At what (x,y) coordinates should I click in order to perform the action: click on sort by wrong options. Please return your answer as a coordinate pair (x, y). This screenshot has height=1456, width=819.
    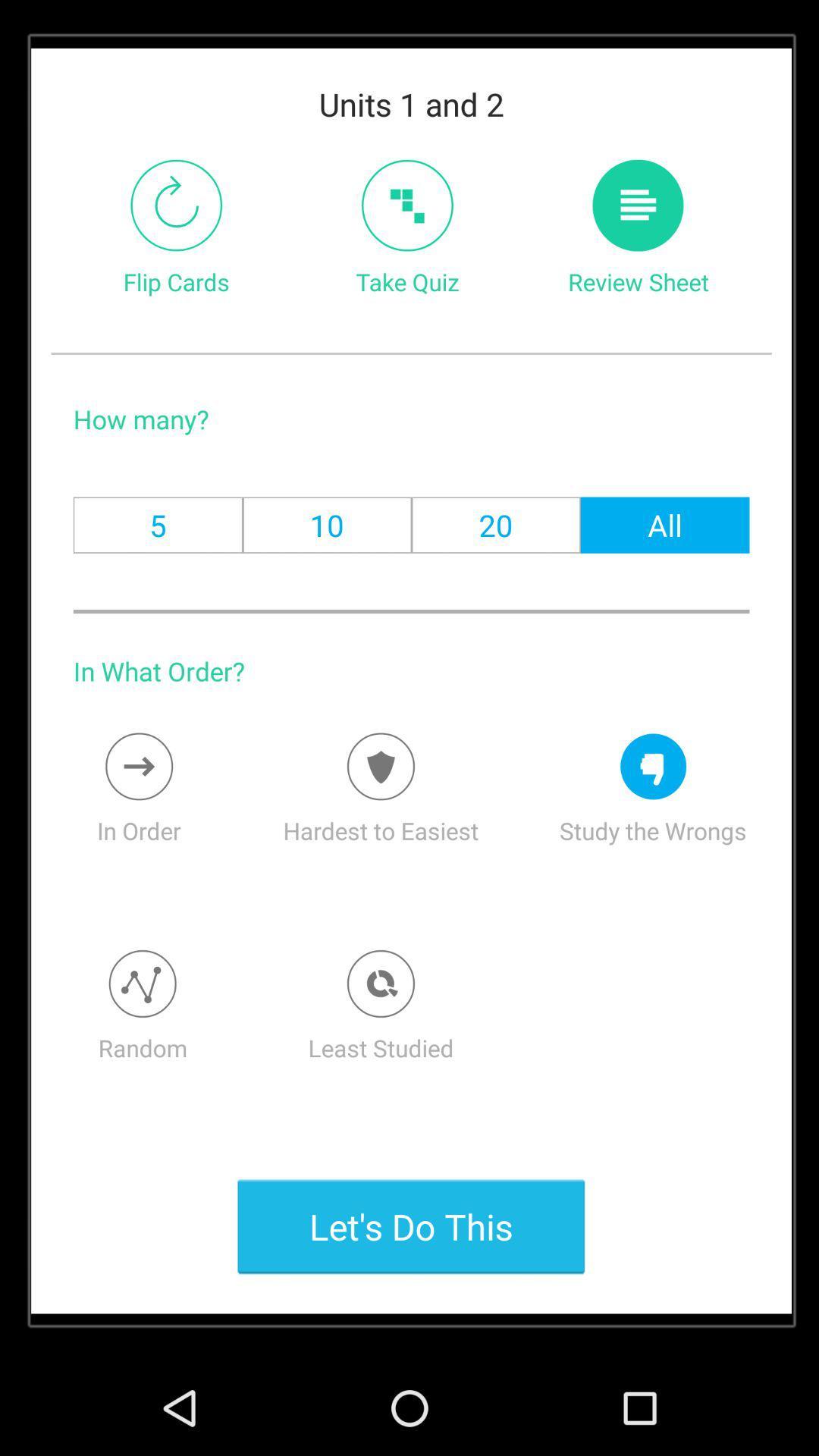
    Looking at the image, I should click on (652, 767).